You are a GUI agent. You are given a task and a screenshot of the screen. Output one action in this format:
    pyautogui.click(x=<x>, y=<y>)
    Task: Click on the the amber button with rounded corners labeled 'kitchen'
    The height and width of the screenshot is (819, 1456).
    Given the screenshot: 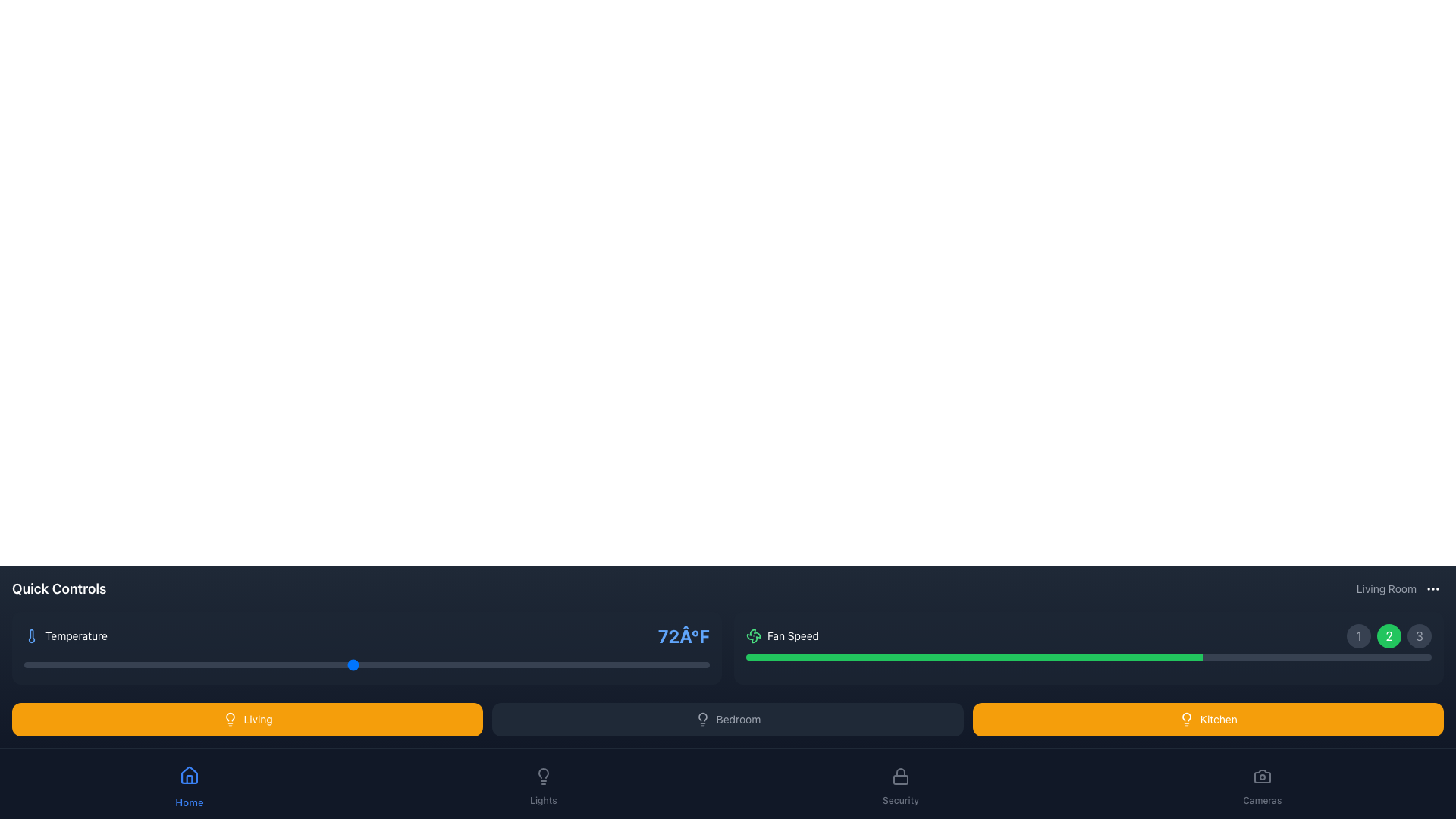 What is the action you would take?
    pyautogui.click(x=1207, y=718)
    